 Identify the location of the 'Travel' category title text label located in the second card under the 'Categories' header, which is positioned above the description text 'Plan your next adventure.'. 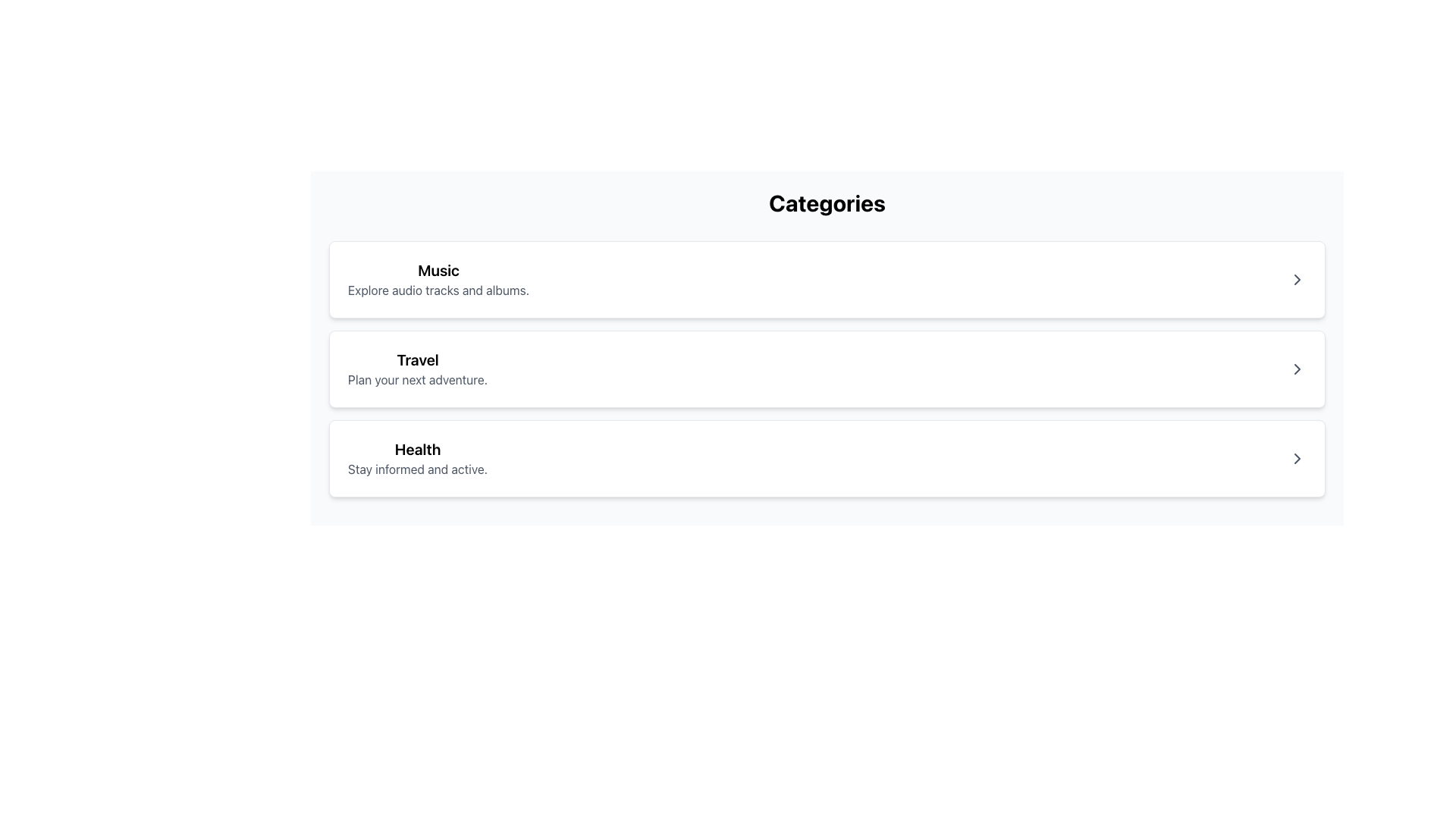
(418, 359).